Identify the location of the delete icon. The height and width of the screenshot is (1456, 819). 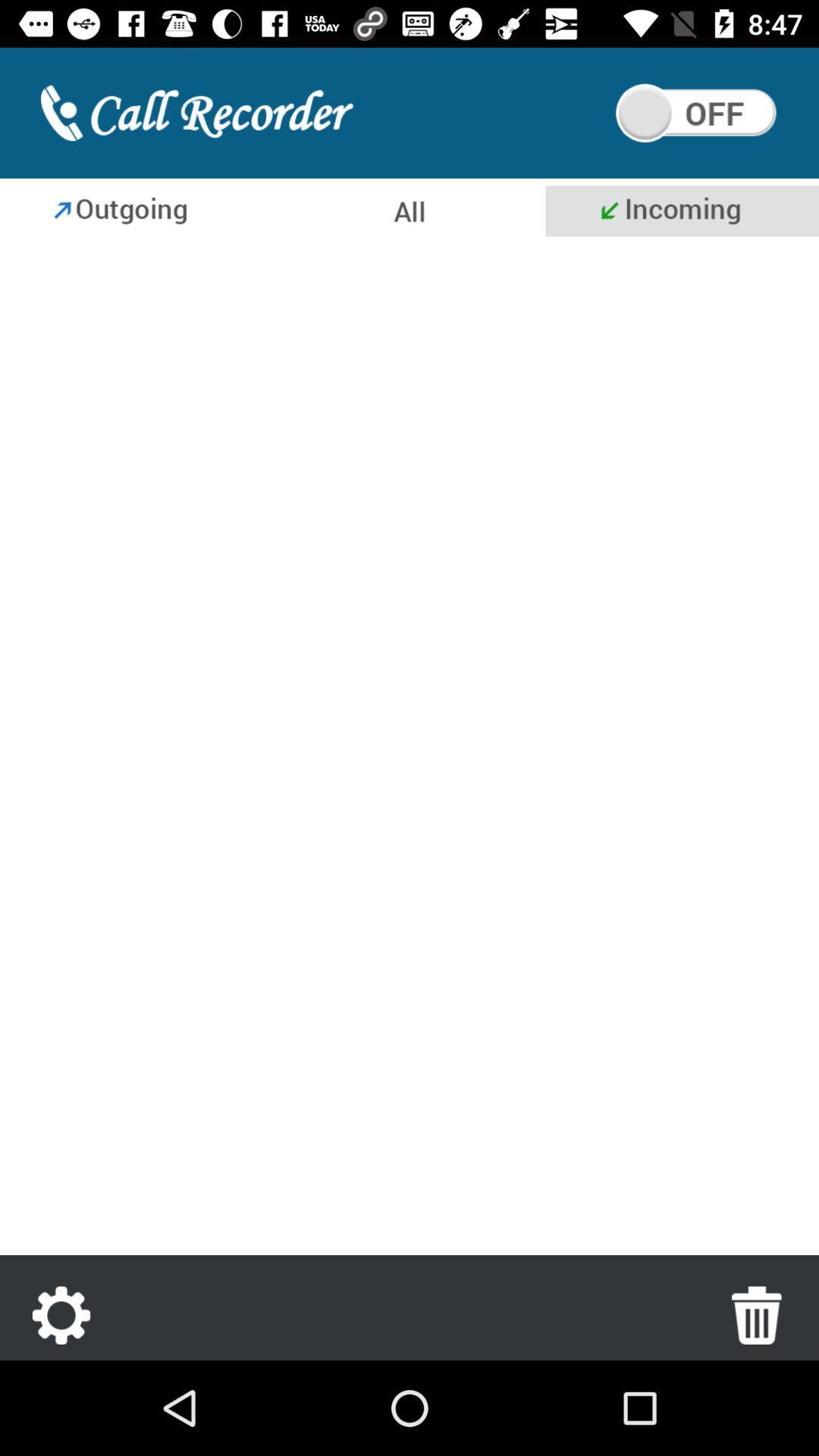
(757, 1314).